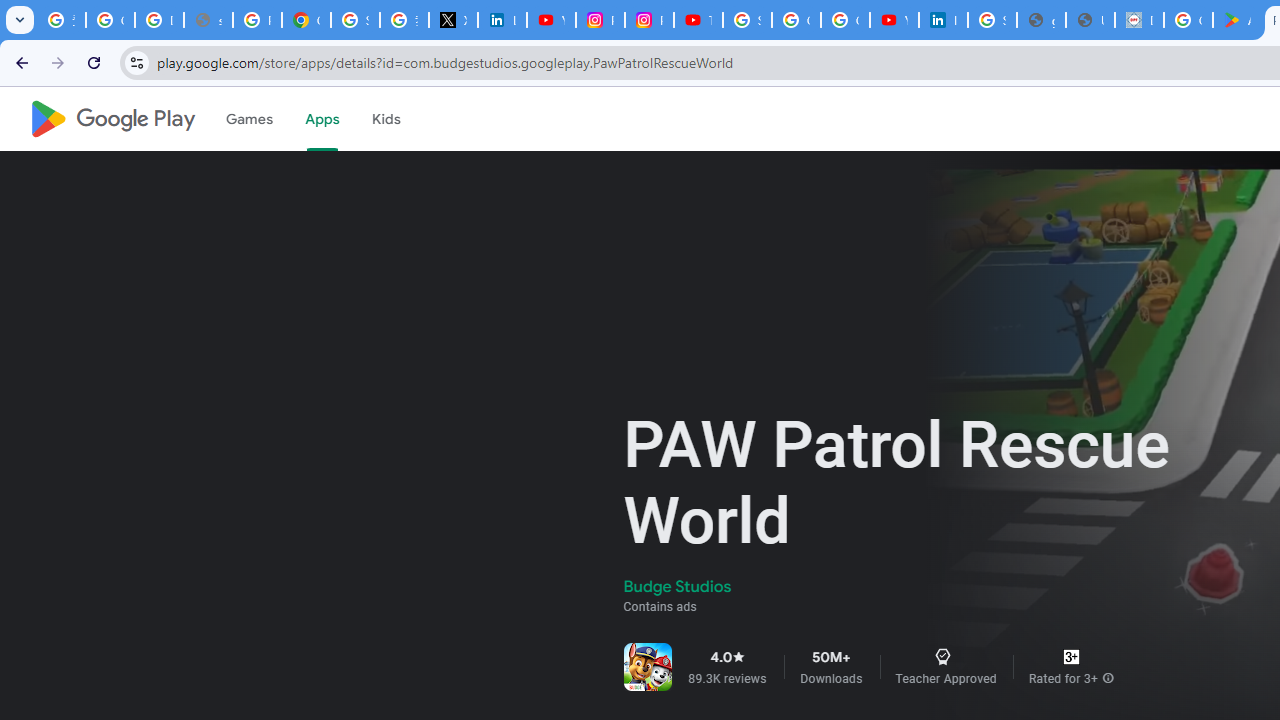 The height and width of the screenshot is (720, 1280). What do you see at coordinates (452, 20) in the screenshot?
I see `'X'` at bounding box center [452, 20].